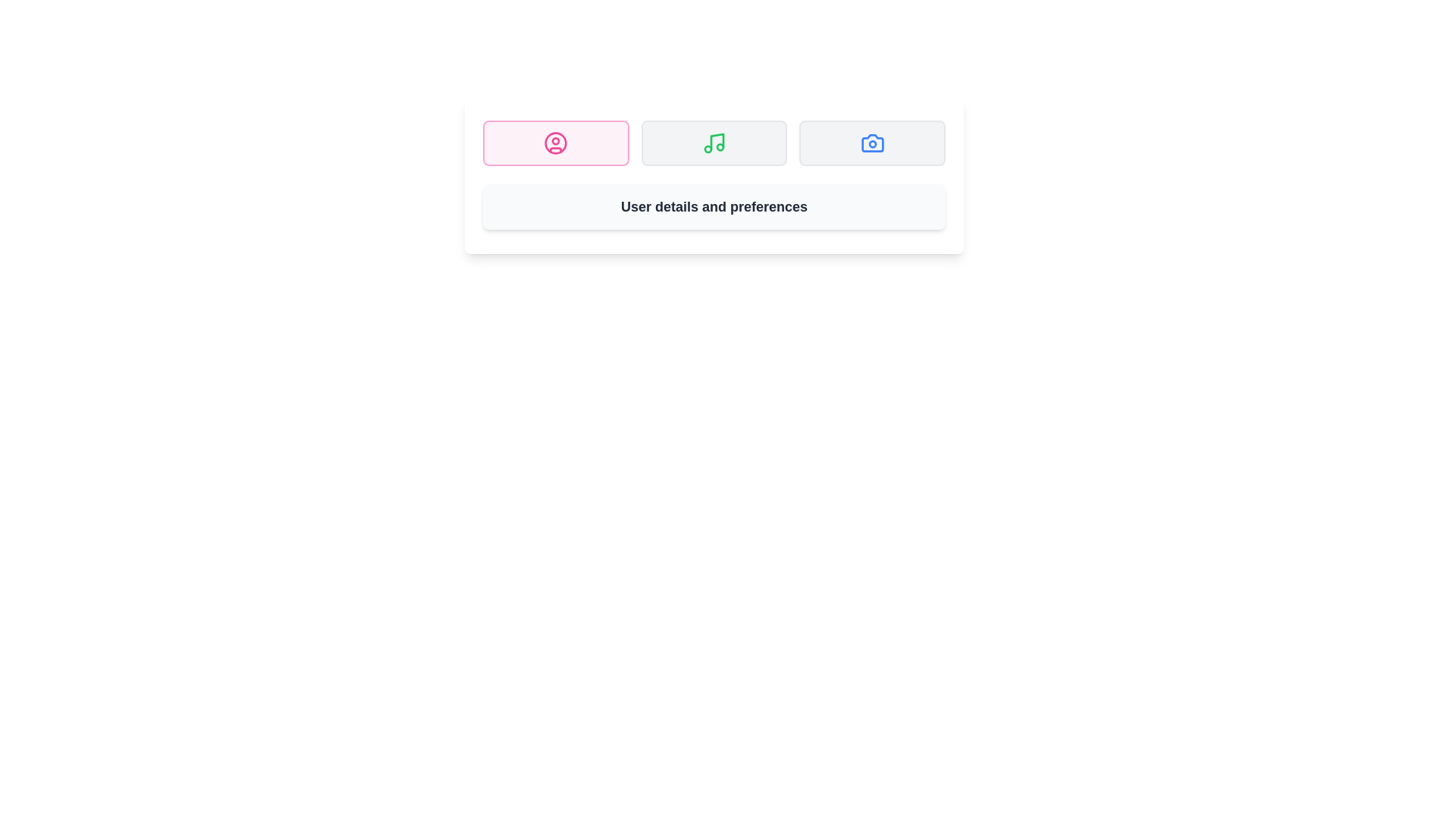 The image size is (1456, 819). What do you see at coordinates (713, 143) in the screenshot?
I see `the tab corresponding to Music to observe the icon and color changes` at bounding box center [713, 143].